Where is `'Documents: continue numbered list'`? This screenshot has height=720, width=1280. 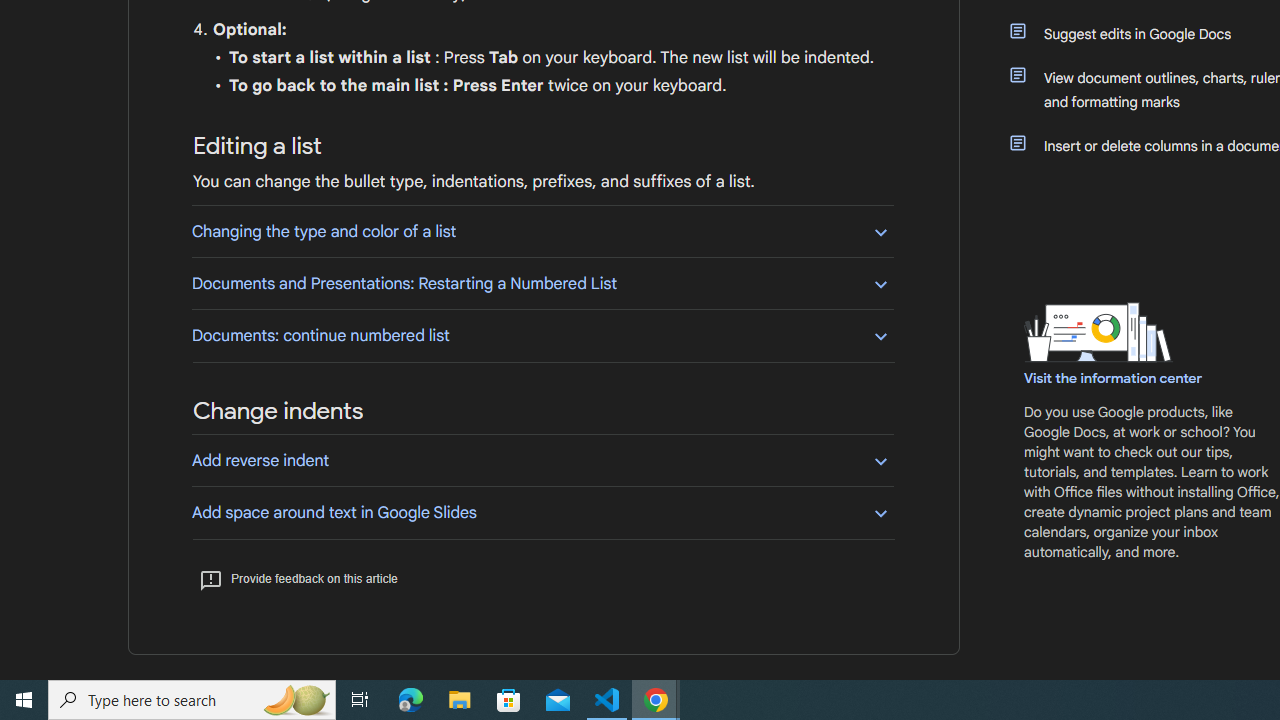
'Documents: continue numbered list' is located at coordinates (542, 334).